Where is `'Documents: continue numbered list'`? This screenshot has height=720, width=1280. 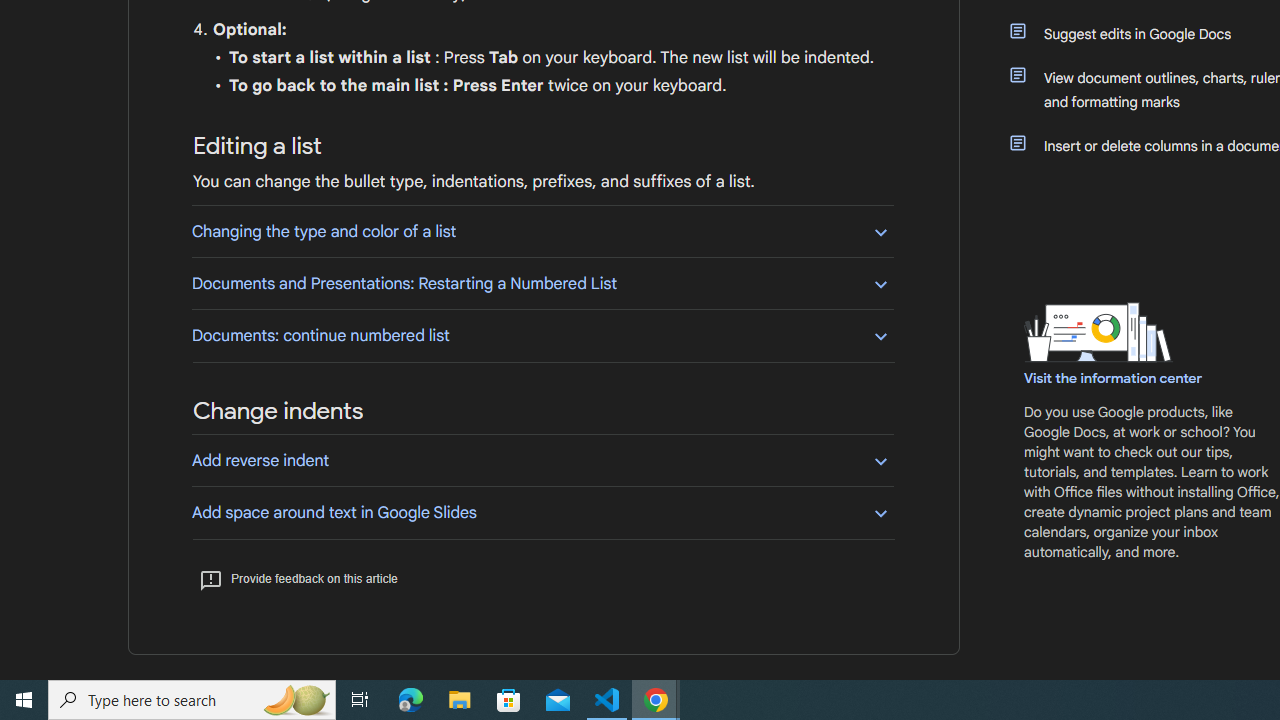
'Documents: continue numbered list' is located at coordinates (542, 334).